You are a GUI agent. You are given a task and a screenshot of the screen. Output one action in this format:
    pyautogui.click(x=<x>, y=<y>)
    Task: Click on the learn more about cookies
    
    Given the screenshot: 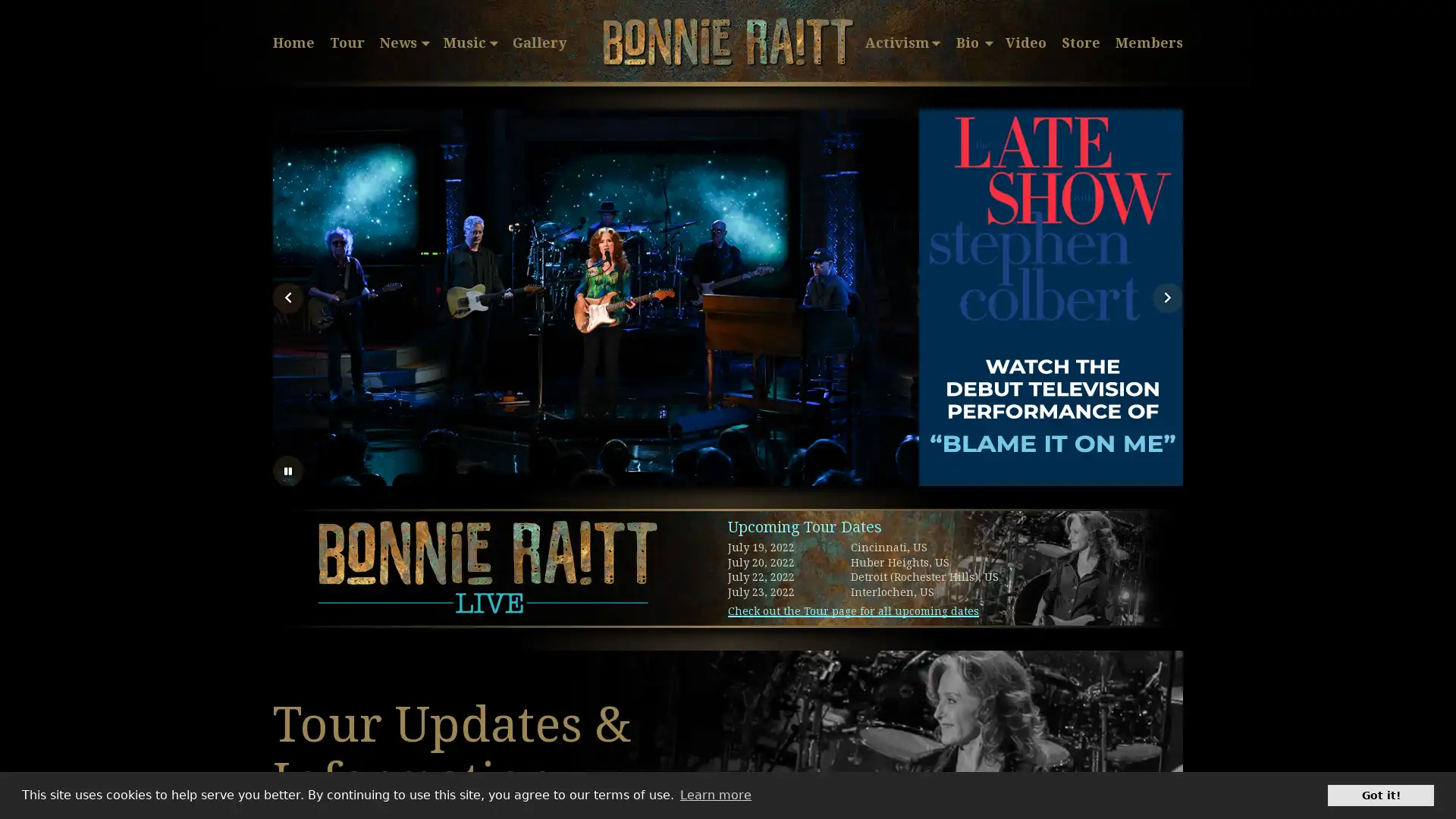 What is the action you would take?
    pyautogui.click(x=714, y=794)
    